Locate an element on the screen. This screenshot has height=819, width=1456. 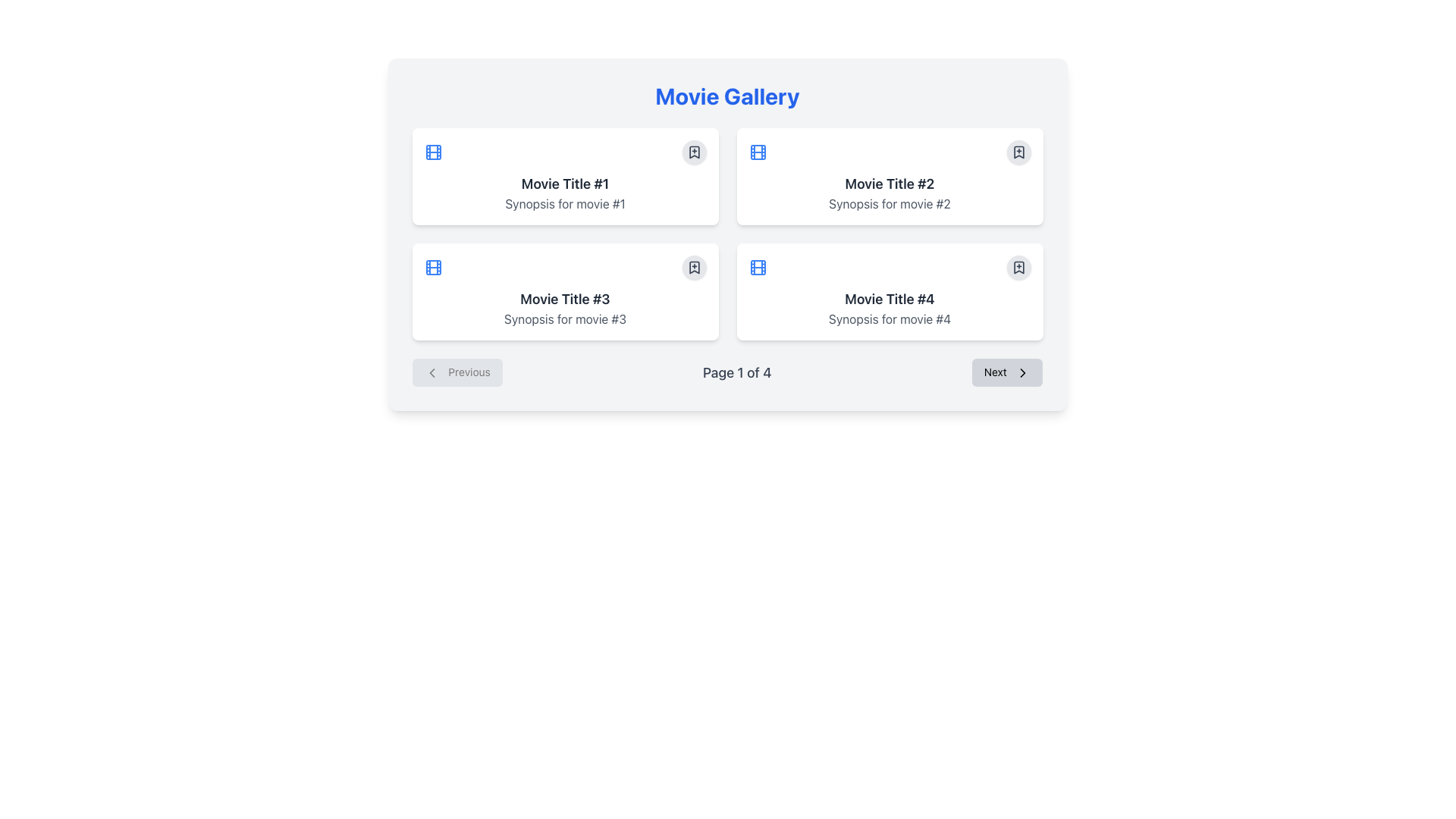
the pagination label indicating the current page and total pages, located below the movie grid layout, centrally positioned between the 'Previous' and 'Next' buttons is located at coordinates (737, 372).